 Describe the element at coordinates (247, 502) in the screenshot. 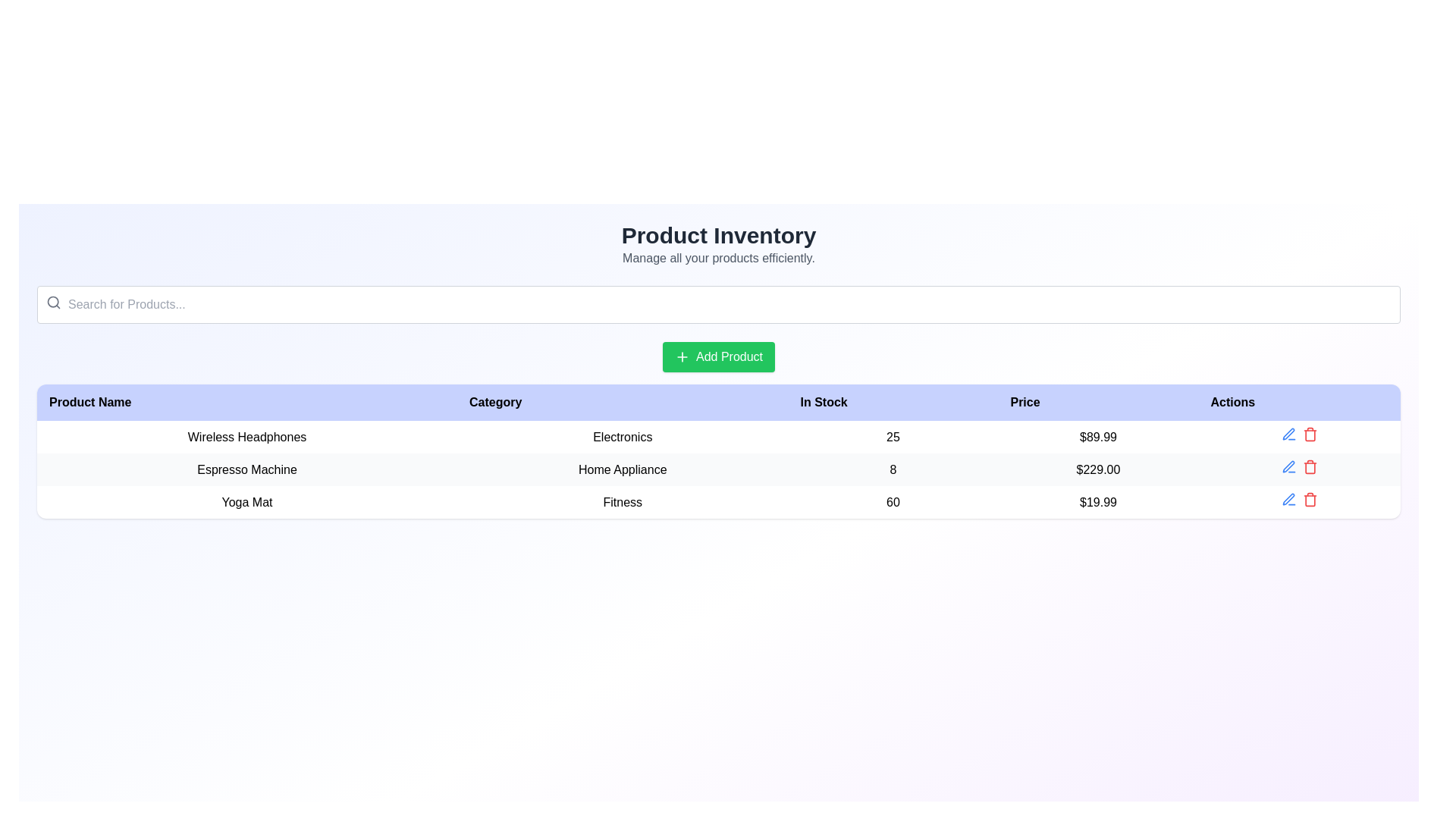

I see `the 'Yoga Mat' text label, which identifies the product name in the inventory table under the 'Product Name' column` at that location.